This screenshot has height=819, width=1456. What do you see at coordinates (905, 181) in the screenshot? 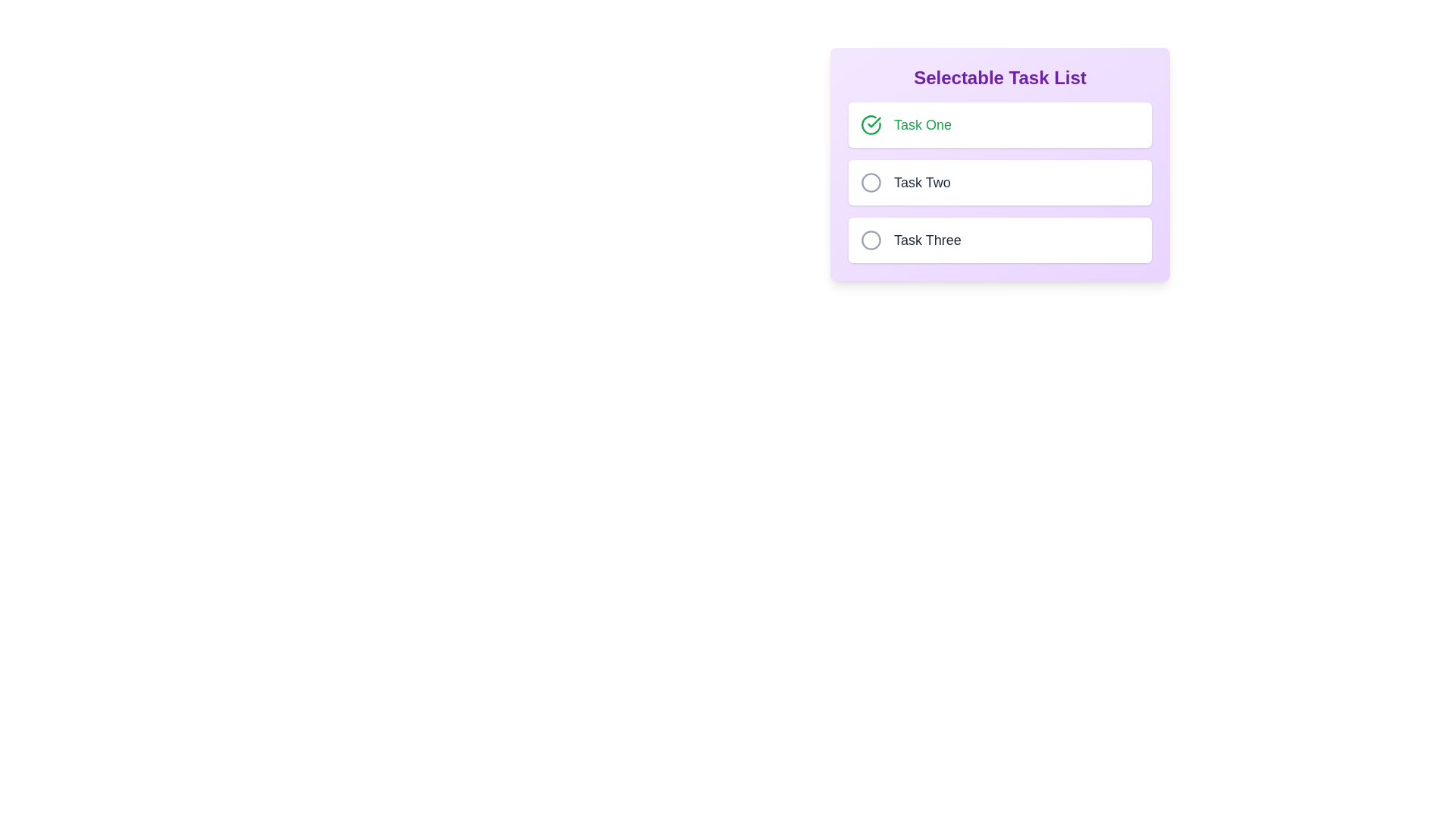
I see `the circular button next to the bold dark-gray text 'Task Two'` at bounding box center [905, 181].